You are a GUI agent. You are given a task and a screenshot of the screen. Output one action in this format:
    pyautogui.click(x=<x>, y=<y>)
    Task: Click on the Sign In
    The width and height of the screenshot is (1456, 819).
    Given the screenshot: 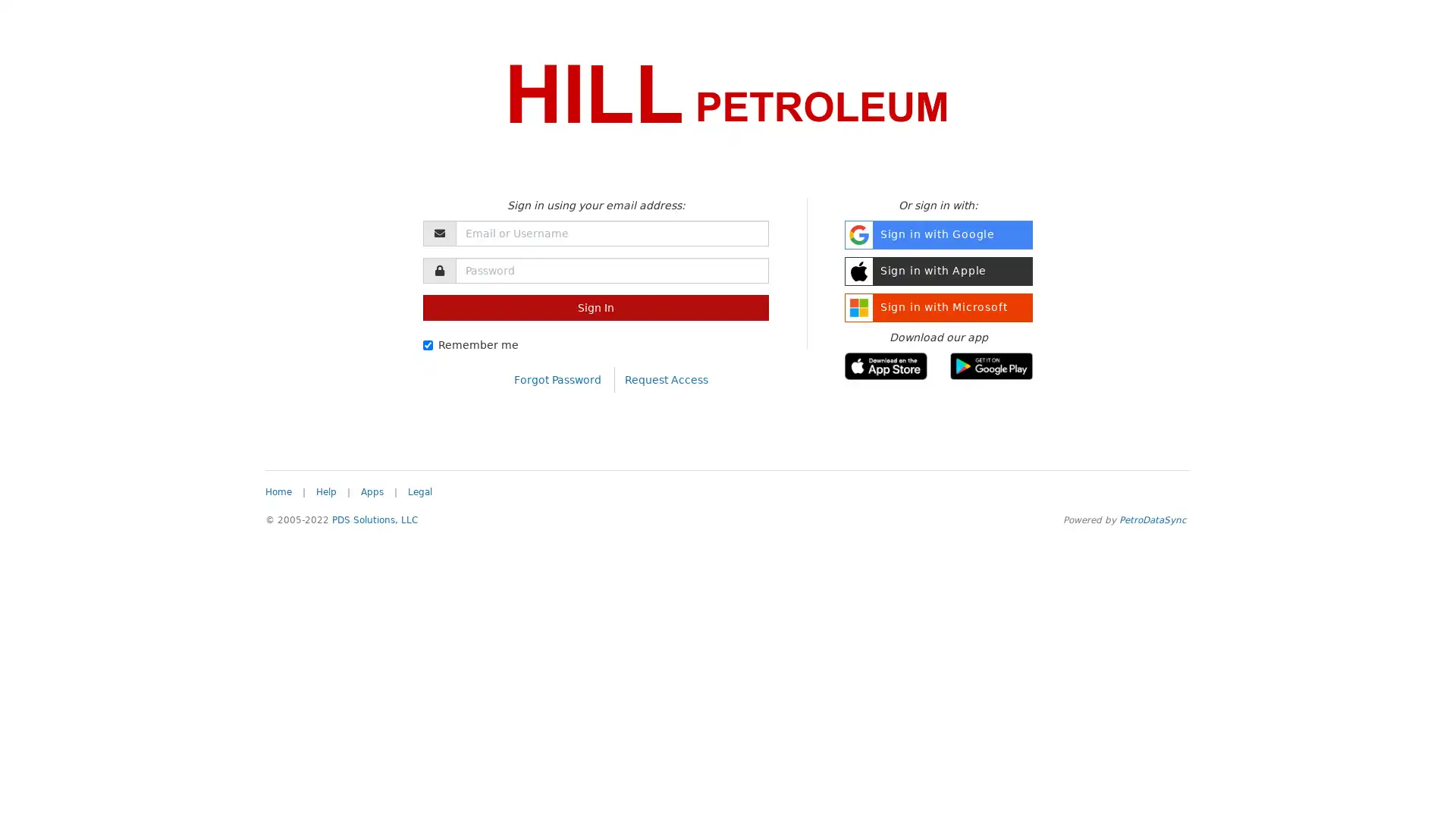 What is the action you would take?
    pyautogui.click(x=595, y=307)
    